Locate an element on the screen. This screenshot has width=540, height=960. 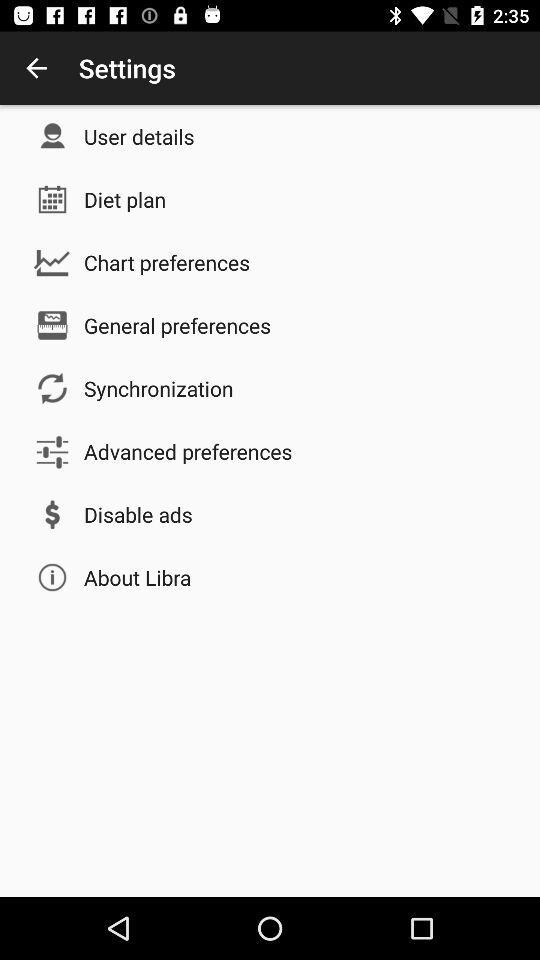
the general preferences icon is located at coordinates (177, 325).